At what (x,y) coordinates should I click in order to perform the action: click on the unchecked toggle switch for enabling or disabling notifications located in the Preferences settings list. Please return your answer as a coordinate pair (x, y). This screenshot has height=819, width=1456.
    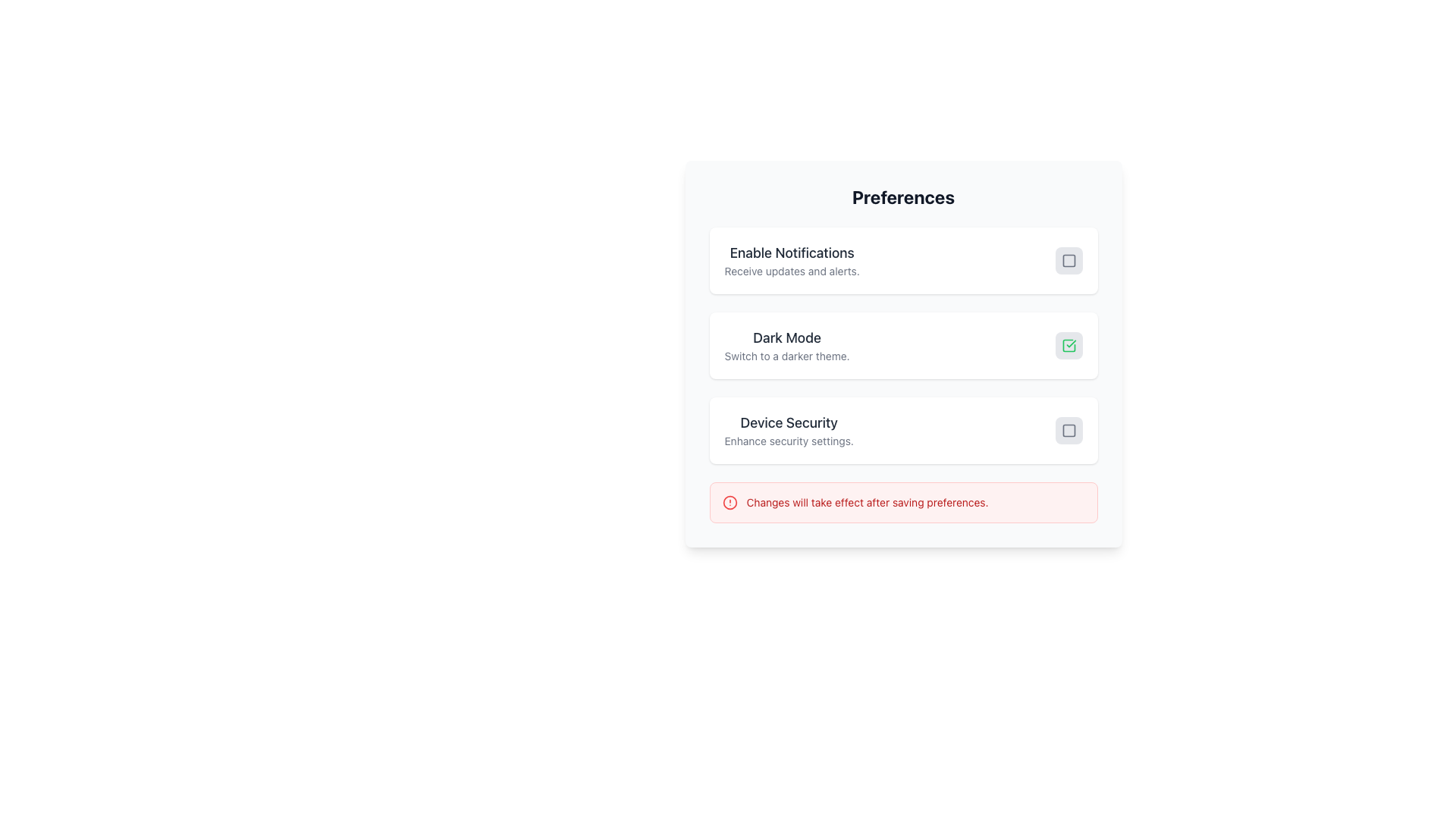
    Looking at the image, I should click on (1068, 259).